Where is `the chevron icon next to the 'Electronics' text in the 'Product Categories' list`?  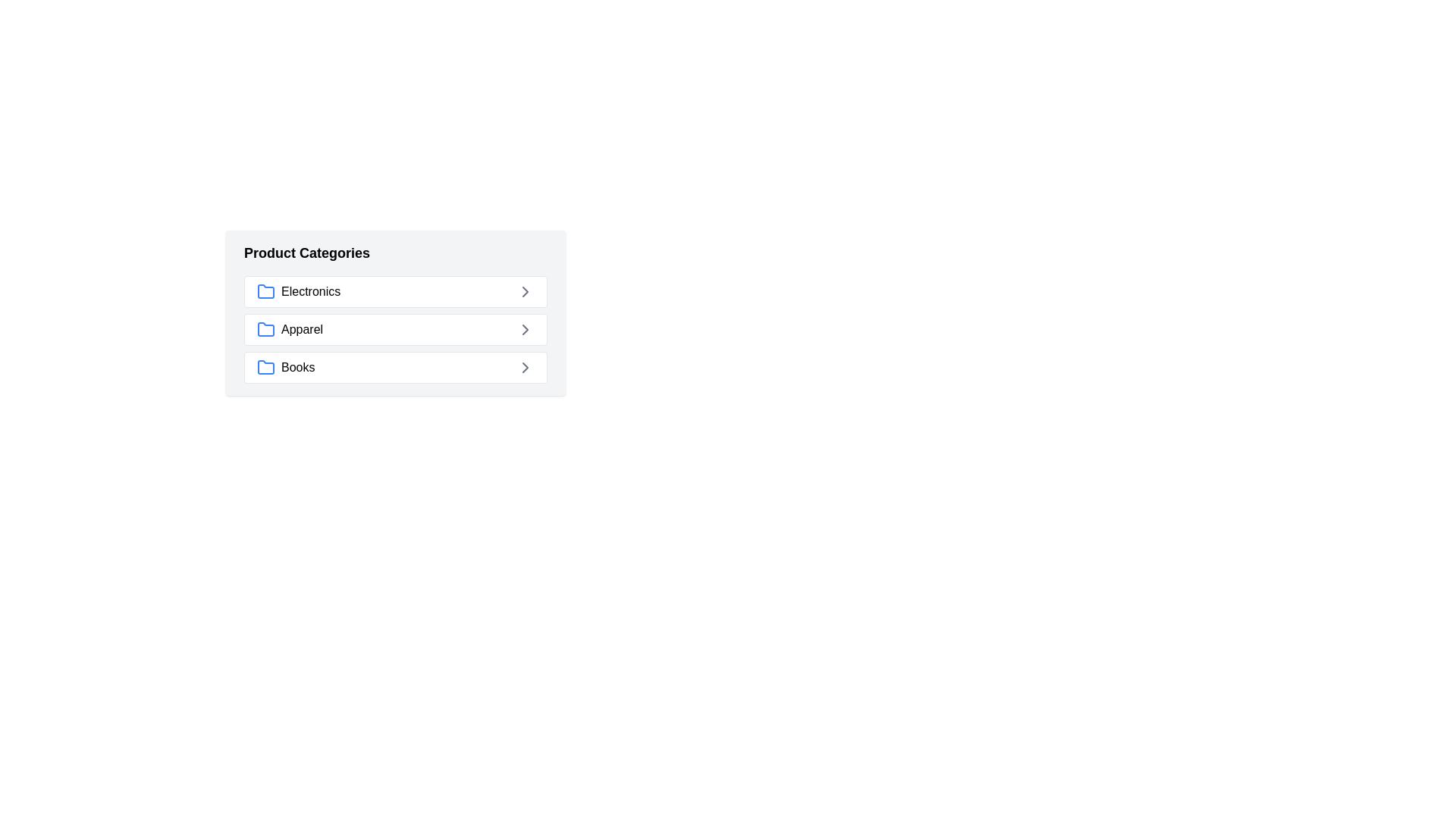 the chevron icon next to the 'Electronics' text in the 'Product Categories' list is located at coordinates (525, 292).